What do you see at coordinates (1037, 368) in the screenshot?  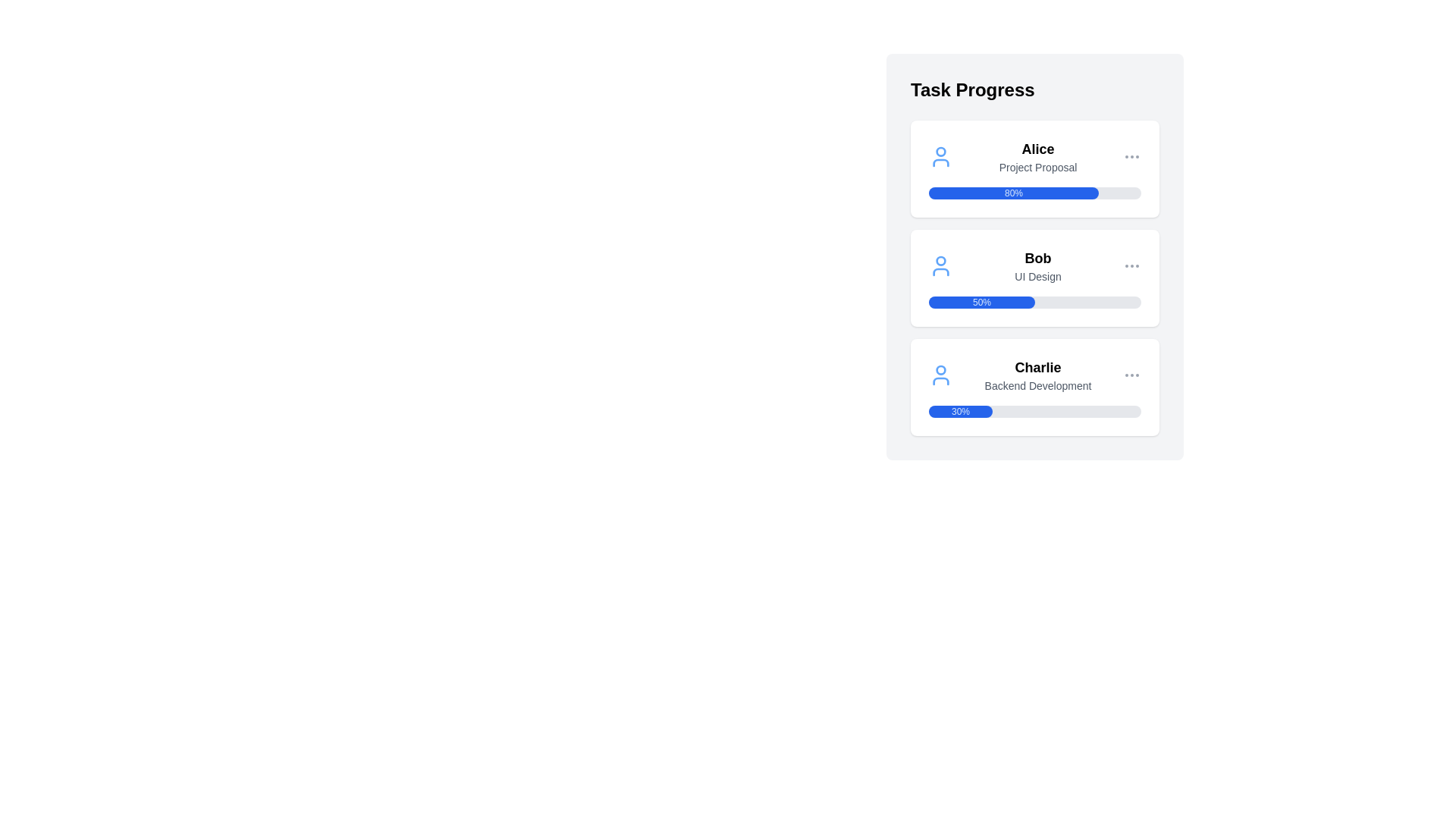 I see `text label displaying the name 'Charlie' in bold font, located at the top of the 'Backend Development' card in the task progression UI` at bounding box center [1037, 368].